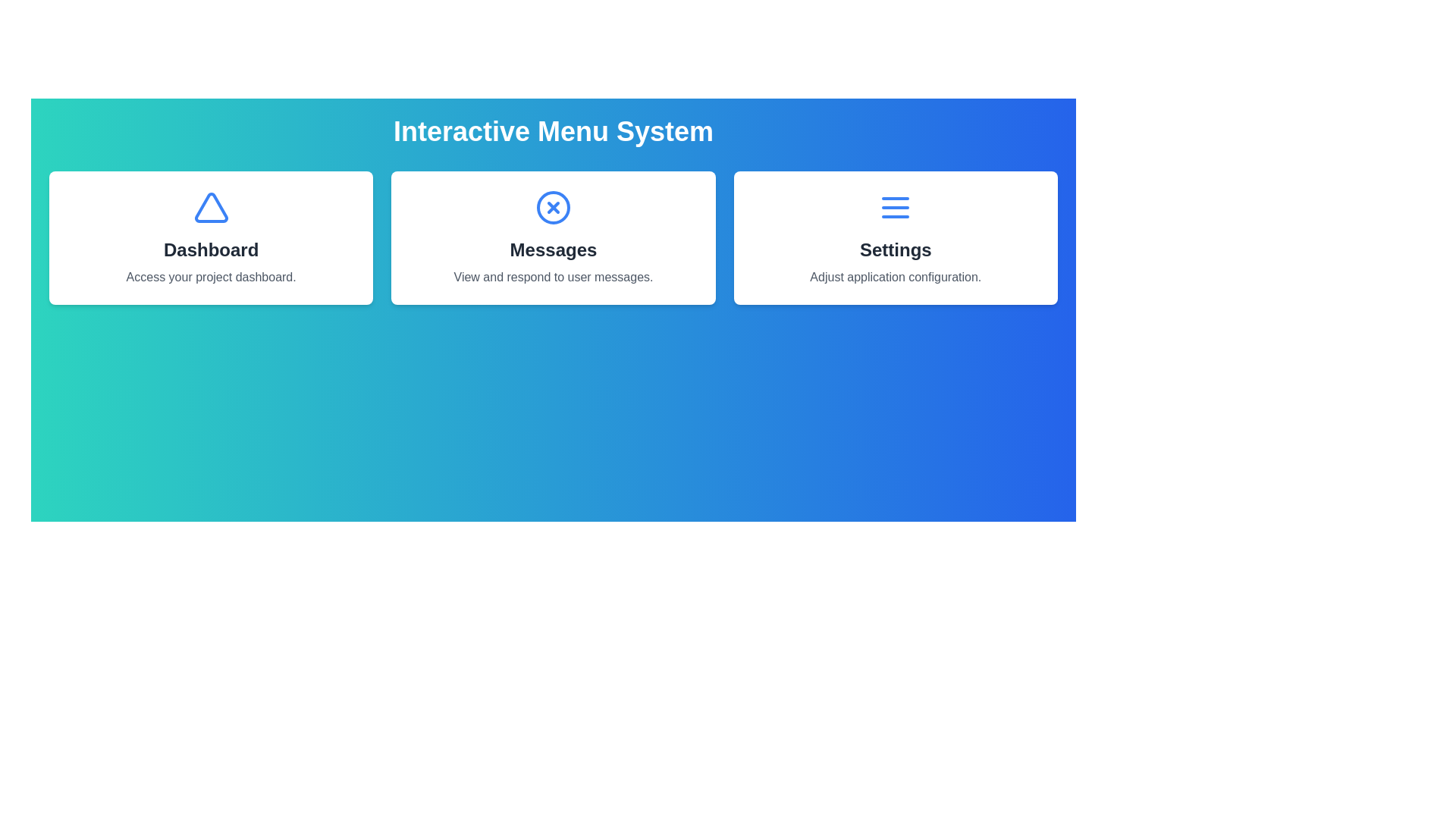 This screenshot has width=1456, height=819. What do you see at coordinates (896, 278) in the screenshot?
I see `the text label that reads 'Adjust application configuration.' which is centrally aligned below the 'Settings' heading in the card-like section` at bounding box center [896, 278].